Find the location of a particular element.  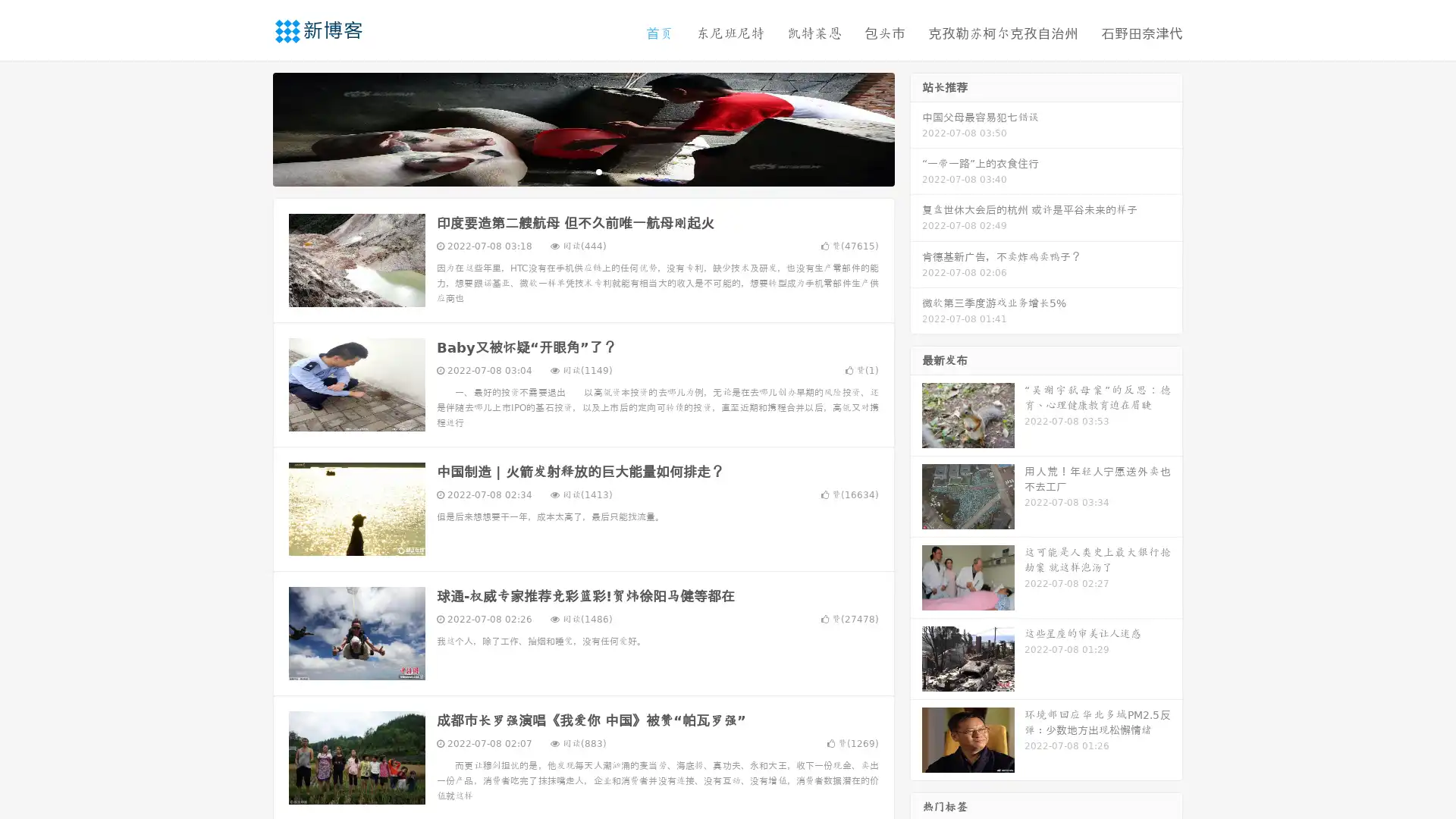

Previous slide is located at coordinates (250, 127).